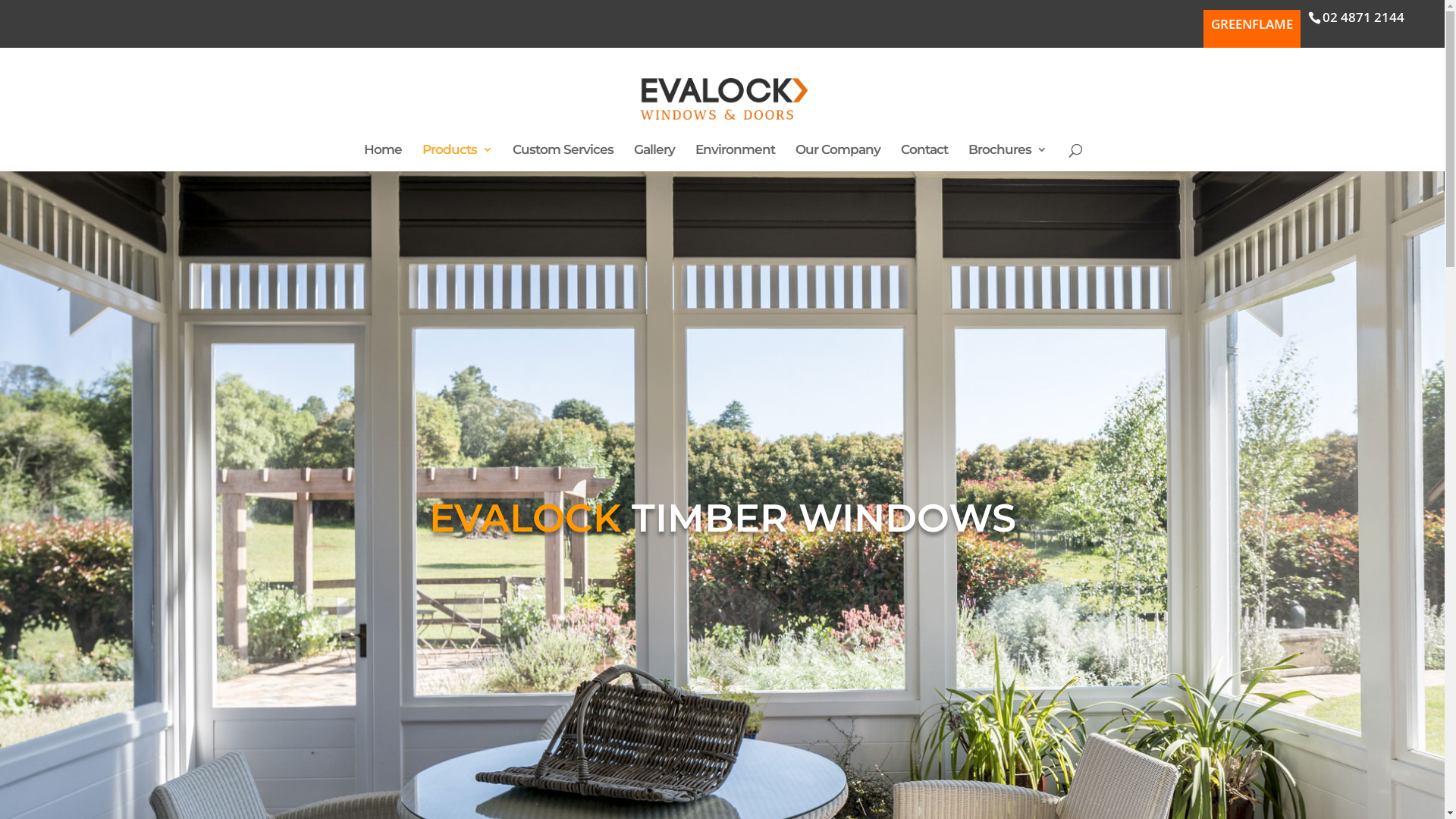  Describe the element at coordinates (382, 158) in the screenshot. I see `'Home'` at that location.